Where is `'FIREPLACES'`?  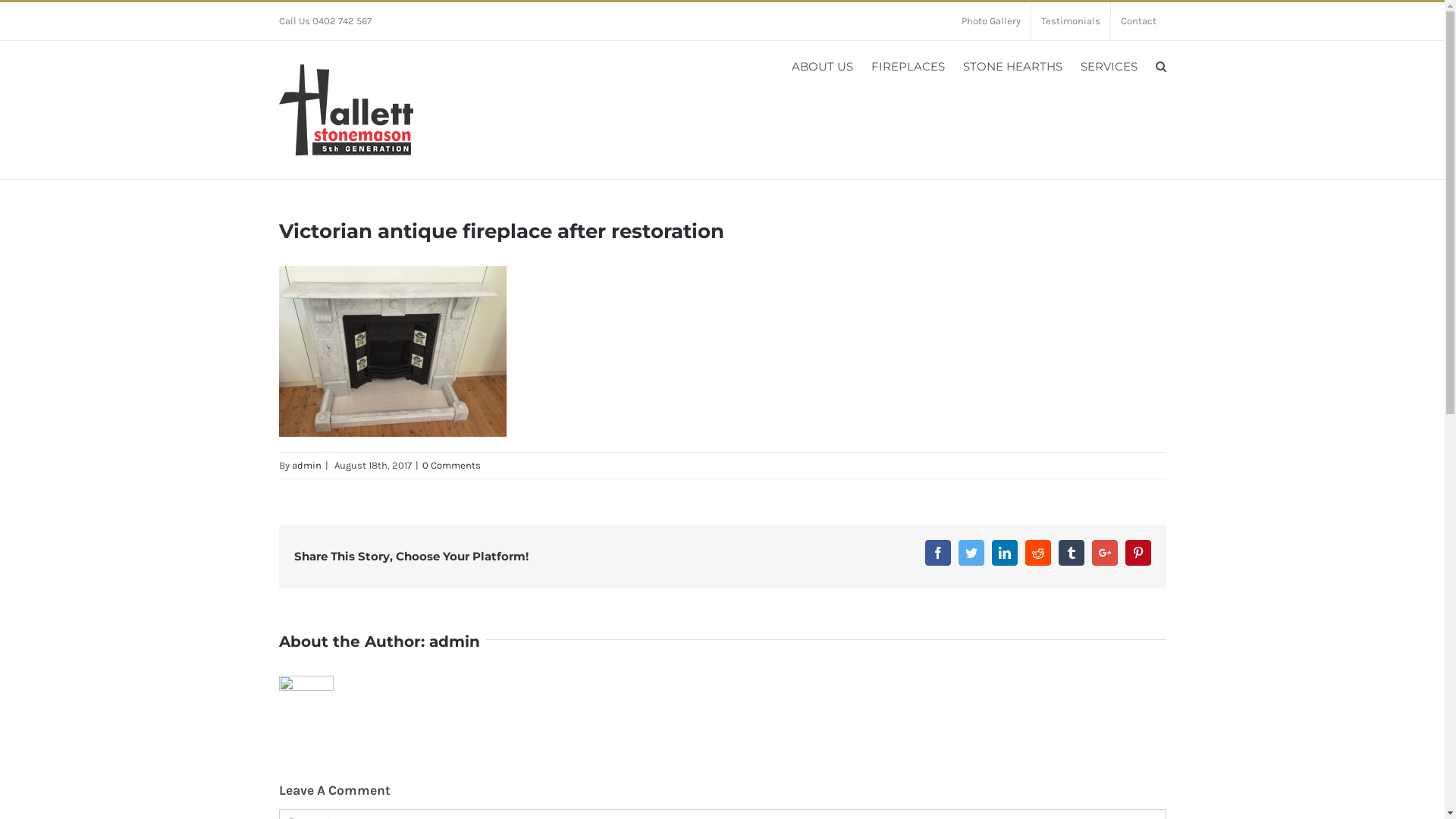 'FIREPLACES' is located at coordinates (907, 65).